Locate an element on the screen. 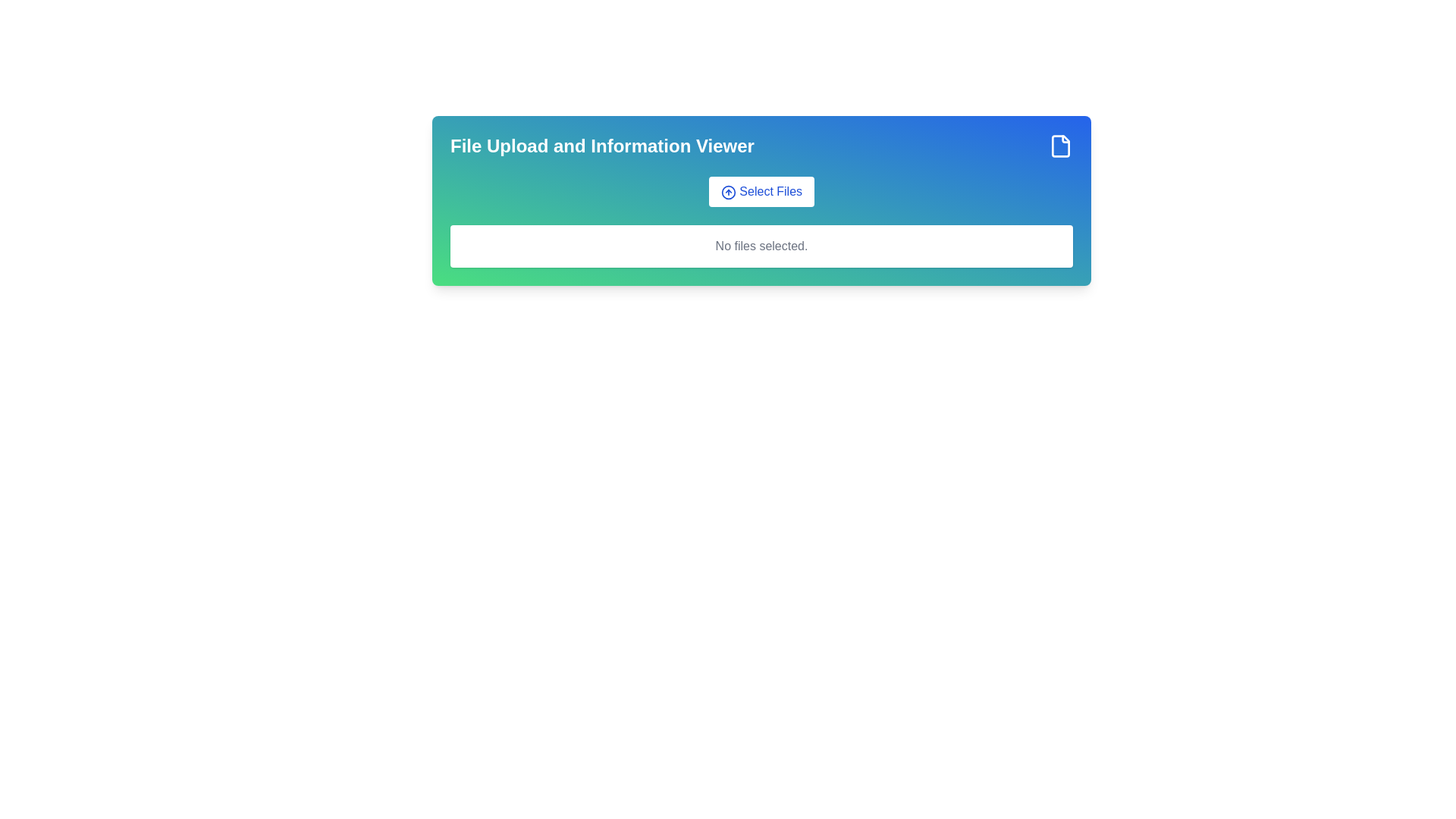  the descriptive text element that indicates no files have been selected for upload, which is located directly below the 'Select Files' button is located at coordinates (761, 245).